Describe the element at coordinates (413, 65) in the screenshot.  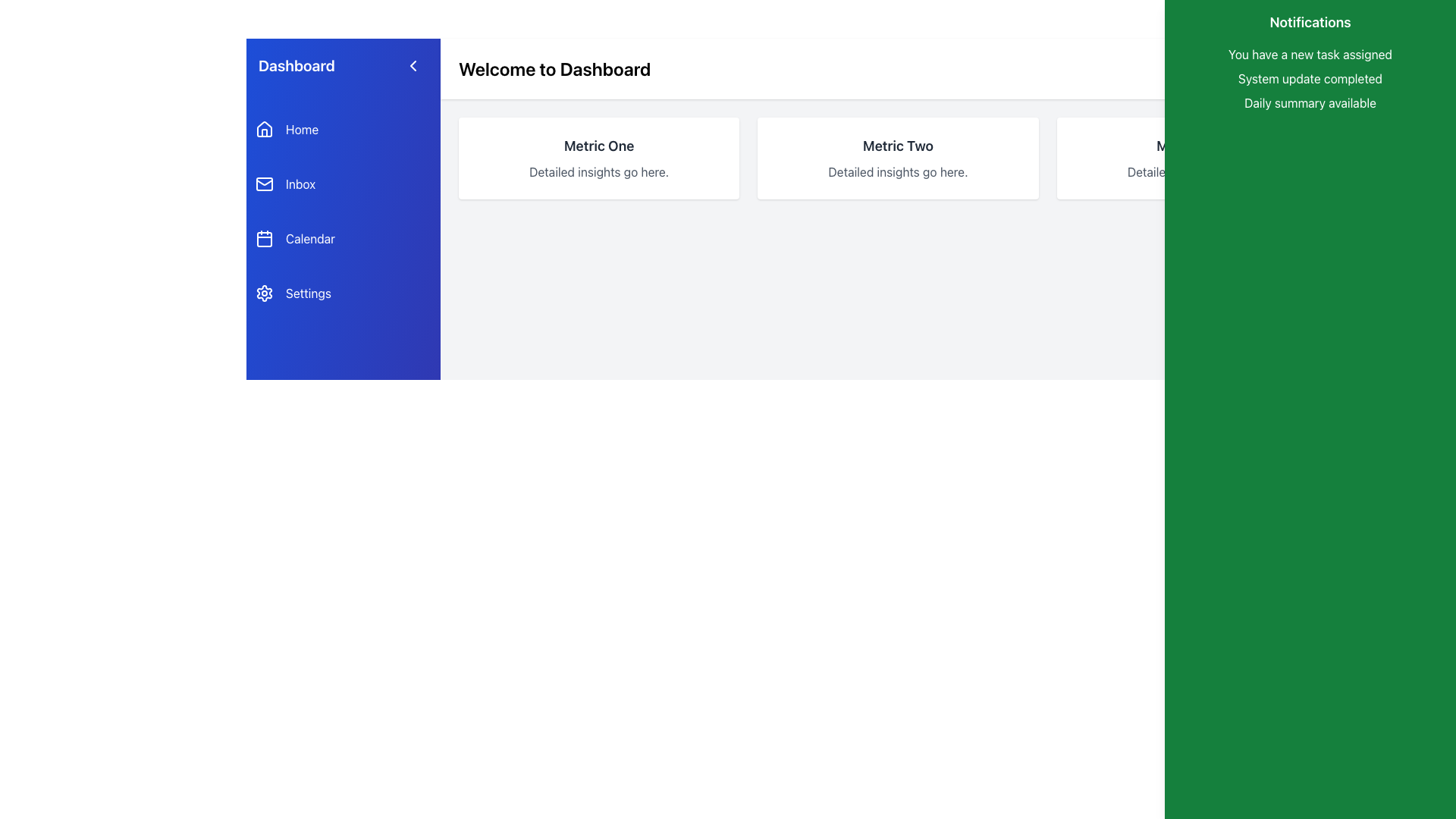
I see `the chevron left icon located in the top-left corner of the blue sidebar, adjacent to the 'Dashboard' text header` at that location.